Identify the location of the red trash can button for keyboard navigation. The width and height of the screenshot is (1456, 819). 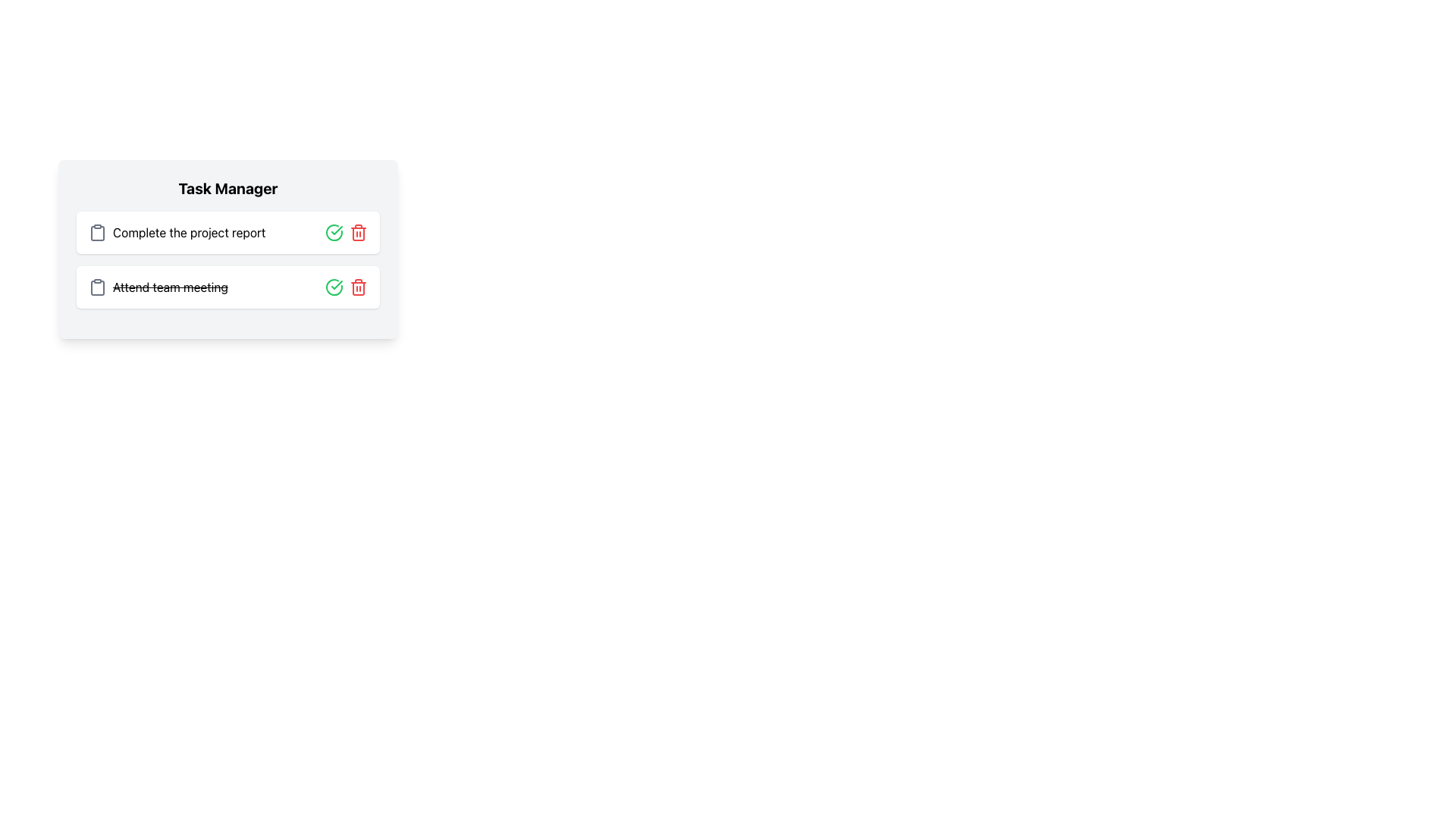
(358, 287).